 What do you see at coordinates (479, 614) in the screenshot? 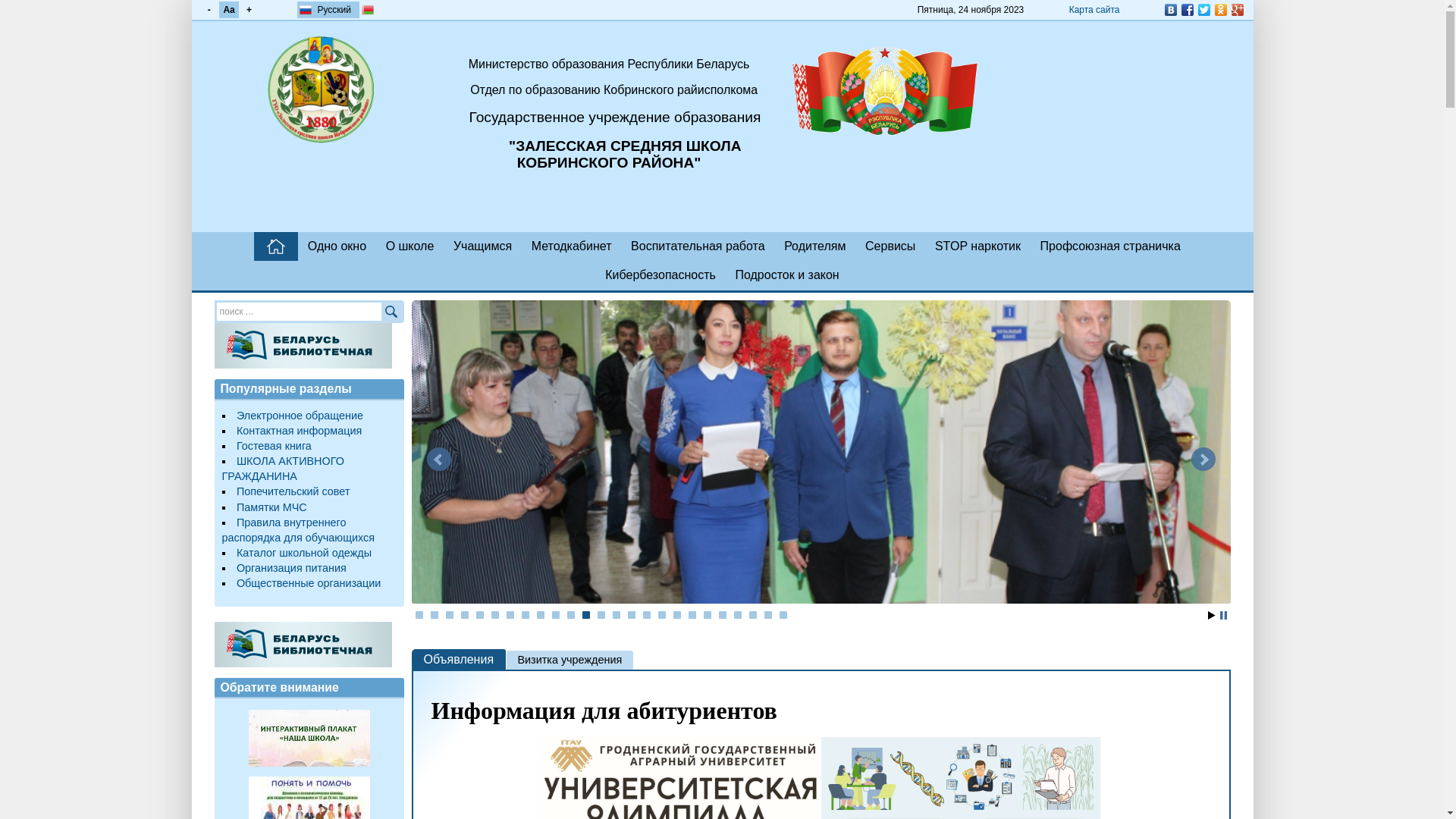
I see `'5'` at bounding box center [479, 614].